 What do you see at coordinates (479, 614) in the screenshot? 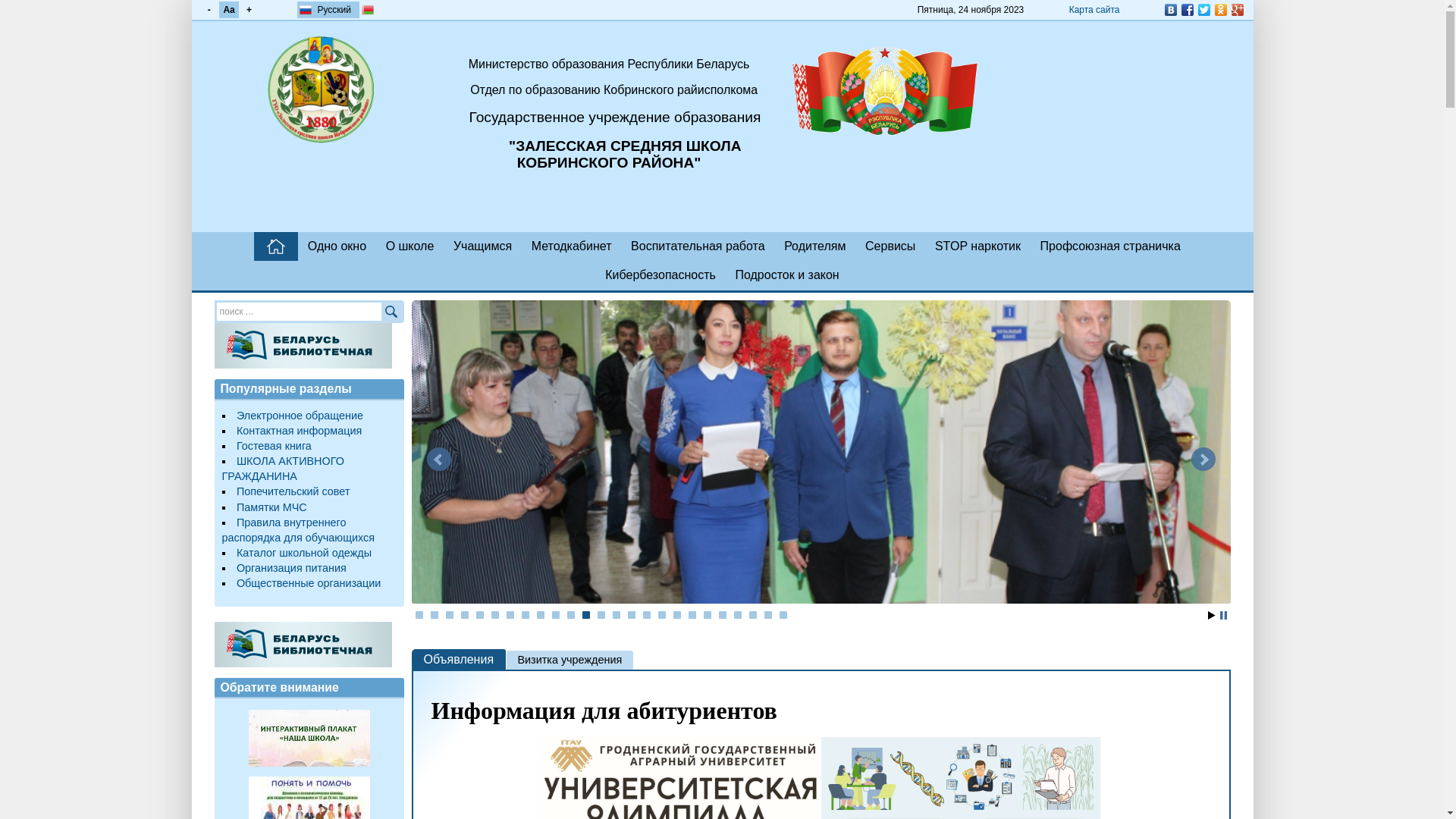
I see `'5'` at bounding box center [479, 614].